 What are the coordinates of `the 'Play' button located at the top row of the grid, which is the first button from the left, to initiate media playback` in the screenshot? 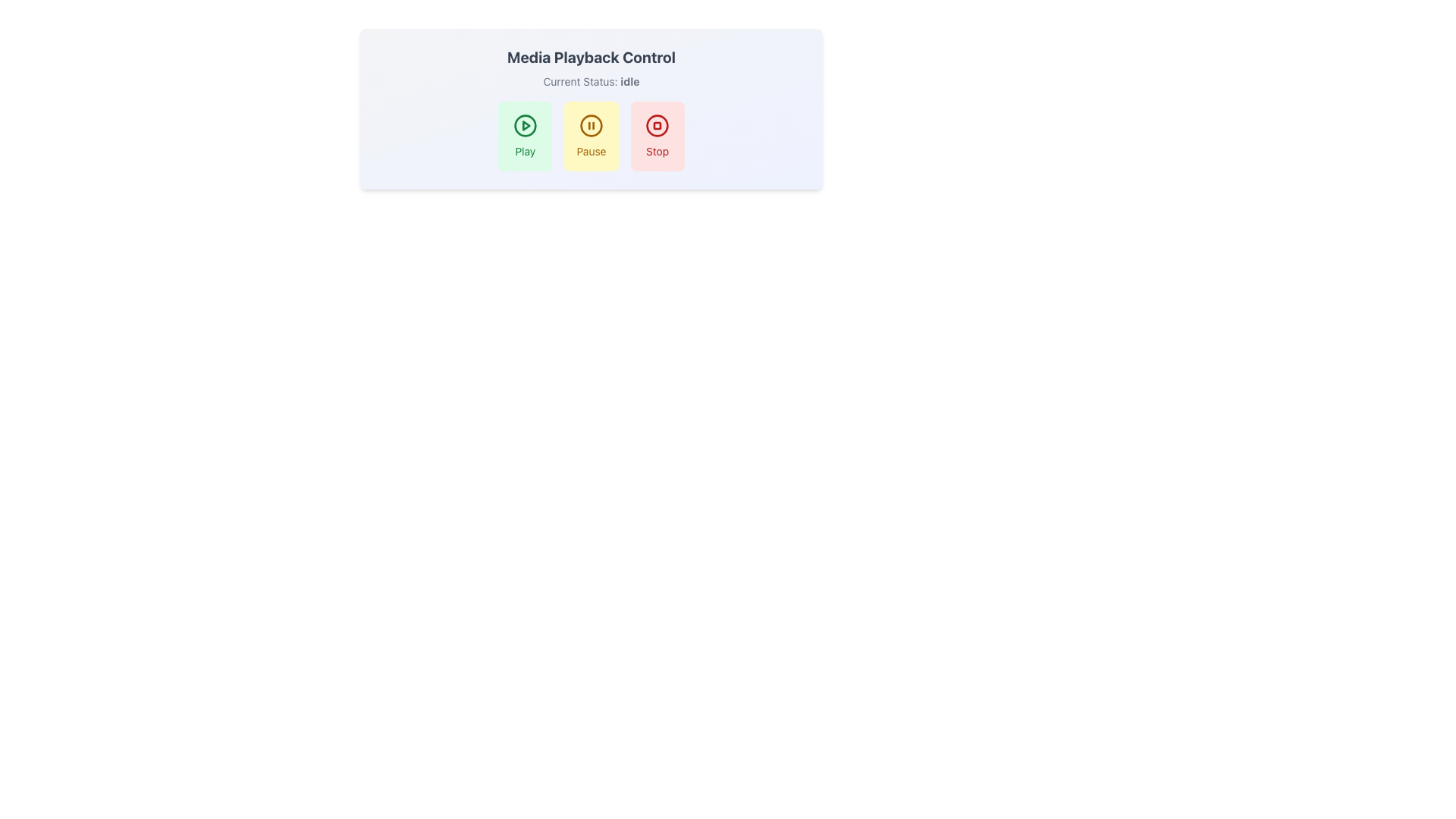 It's located at (525, 136).